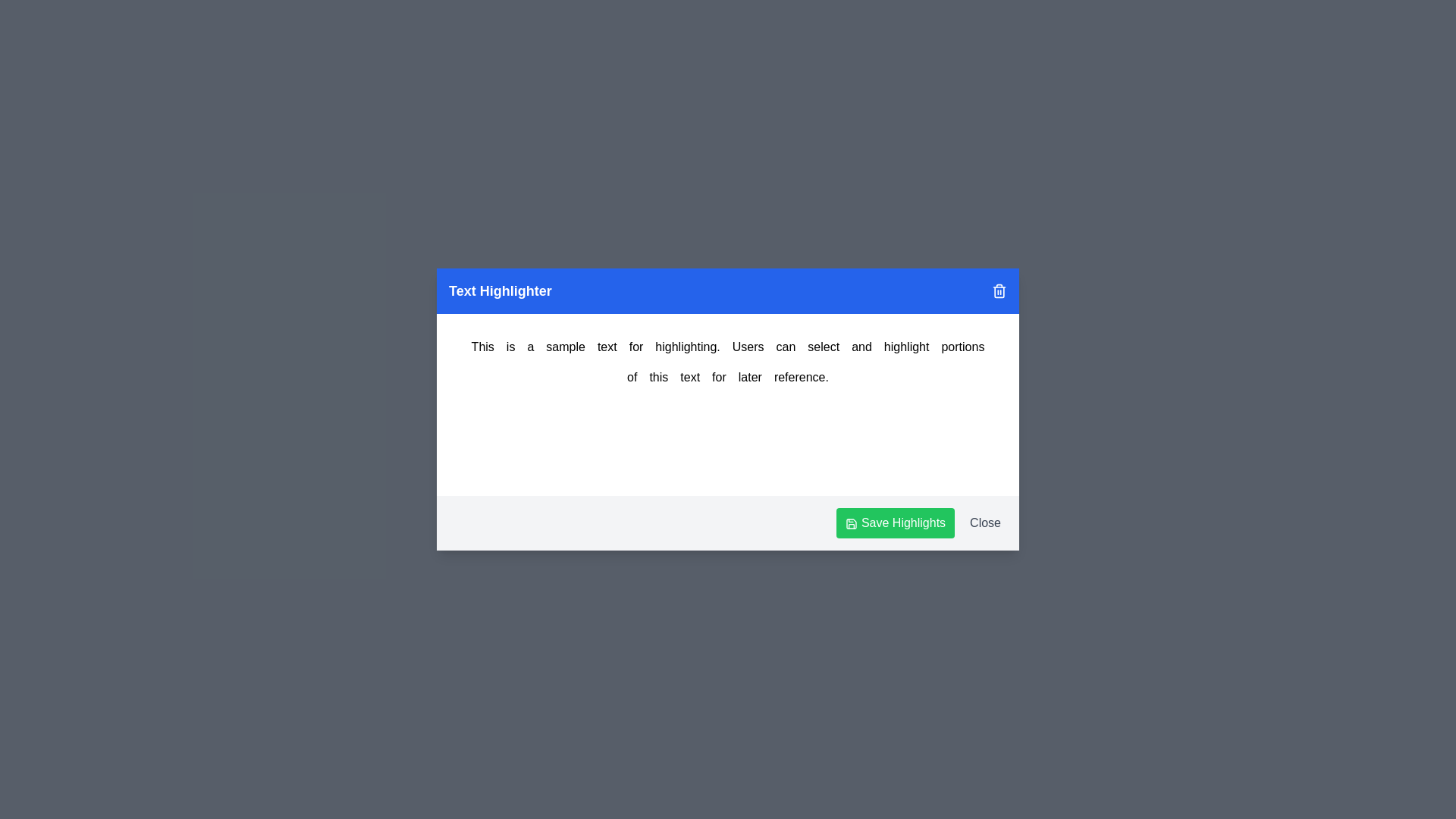  Describe the element at coordinates (482, 347) in the screenshot. I see `the word 'This' by clicking on it` at that location.